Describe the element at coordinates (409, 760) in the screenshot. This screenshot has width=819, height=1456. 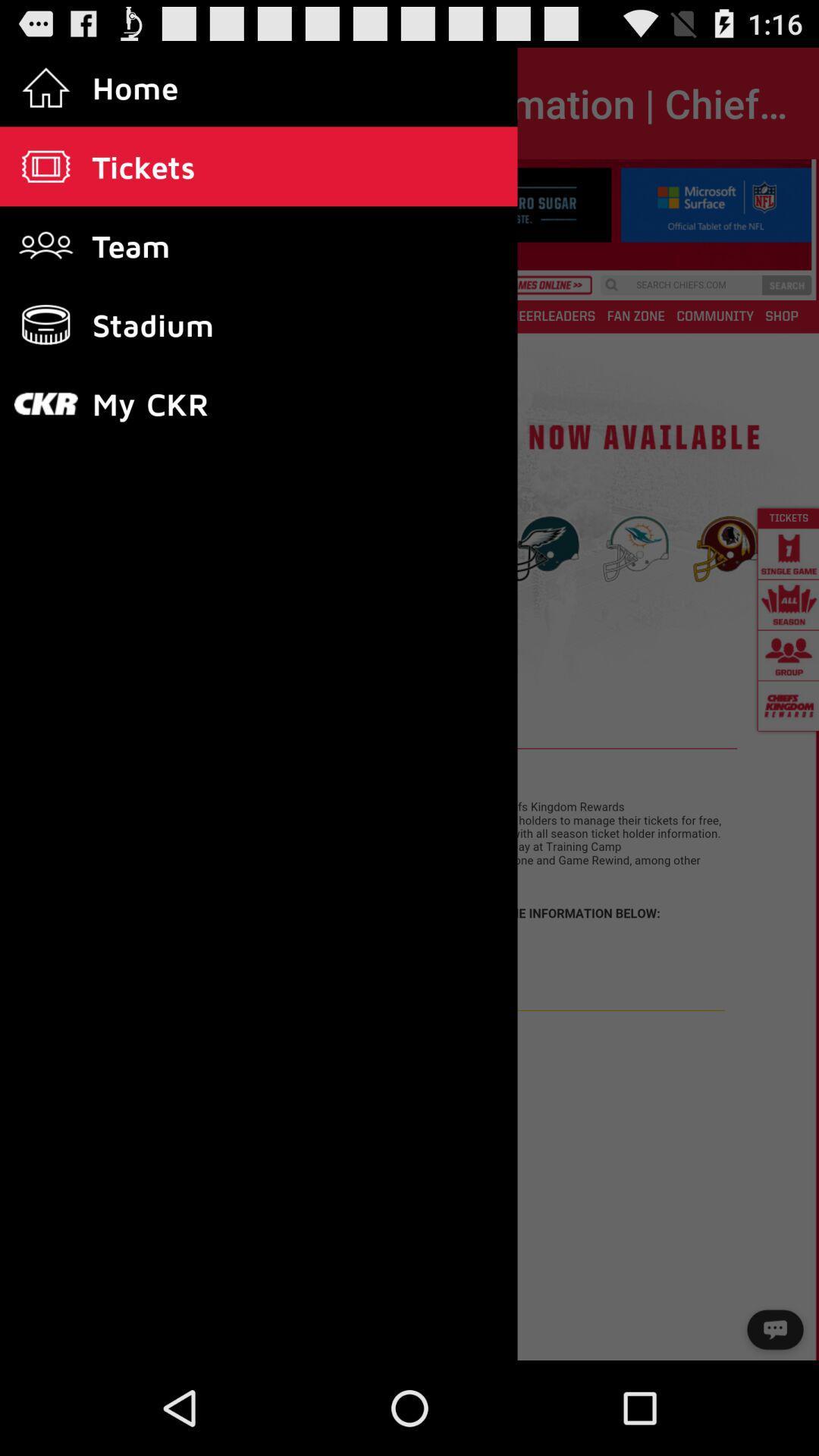
I see `the entire interface of the app` at that location.